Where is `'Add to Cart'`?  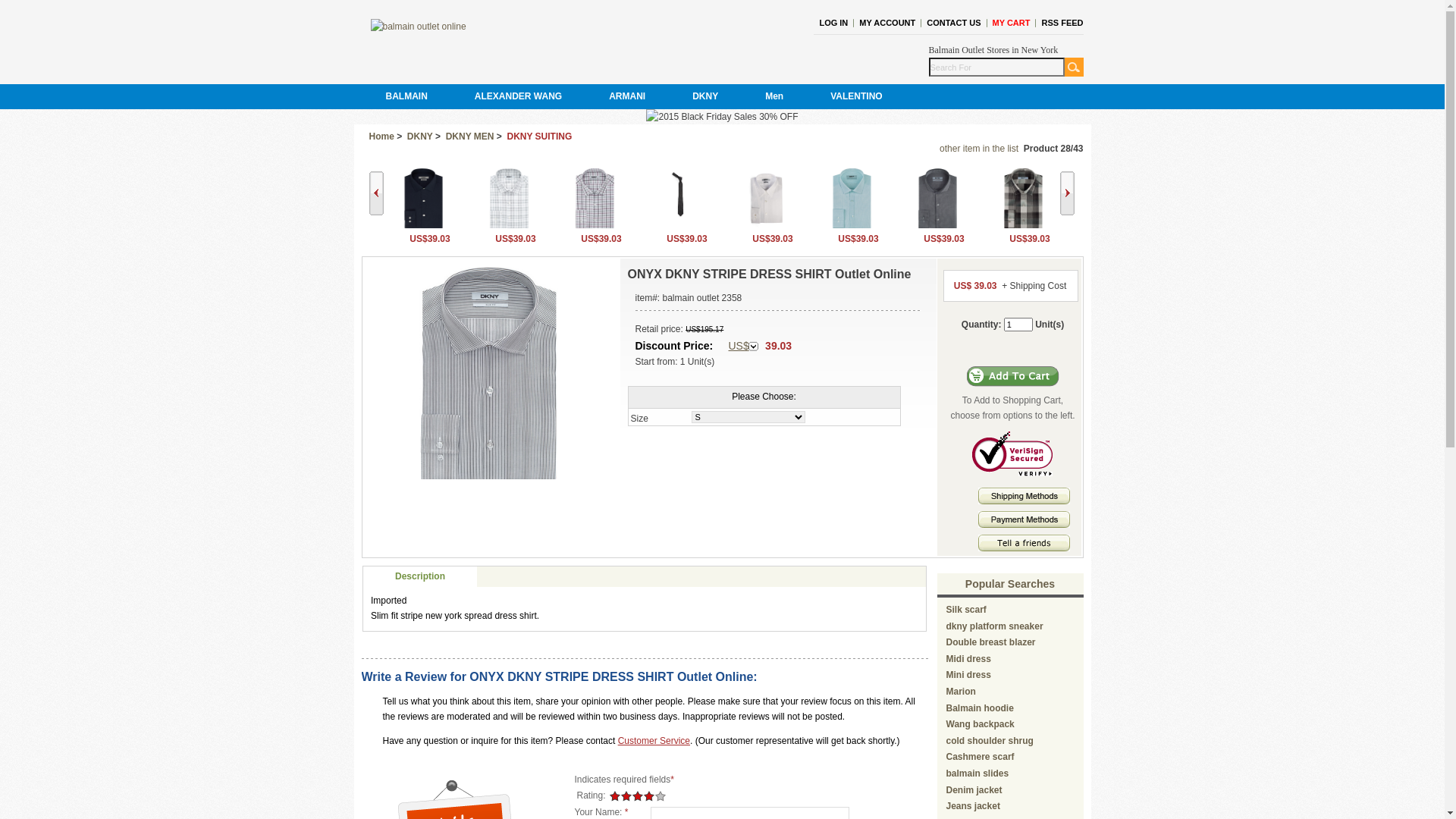
'Add to Cart' is located at coordinates (1012, 375).